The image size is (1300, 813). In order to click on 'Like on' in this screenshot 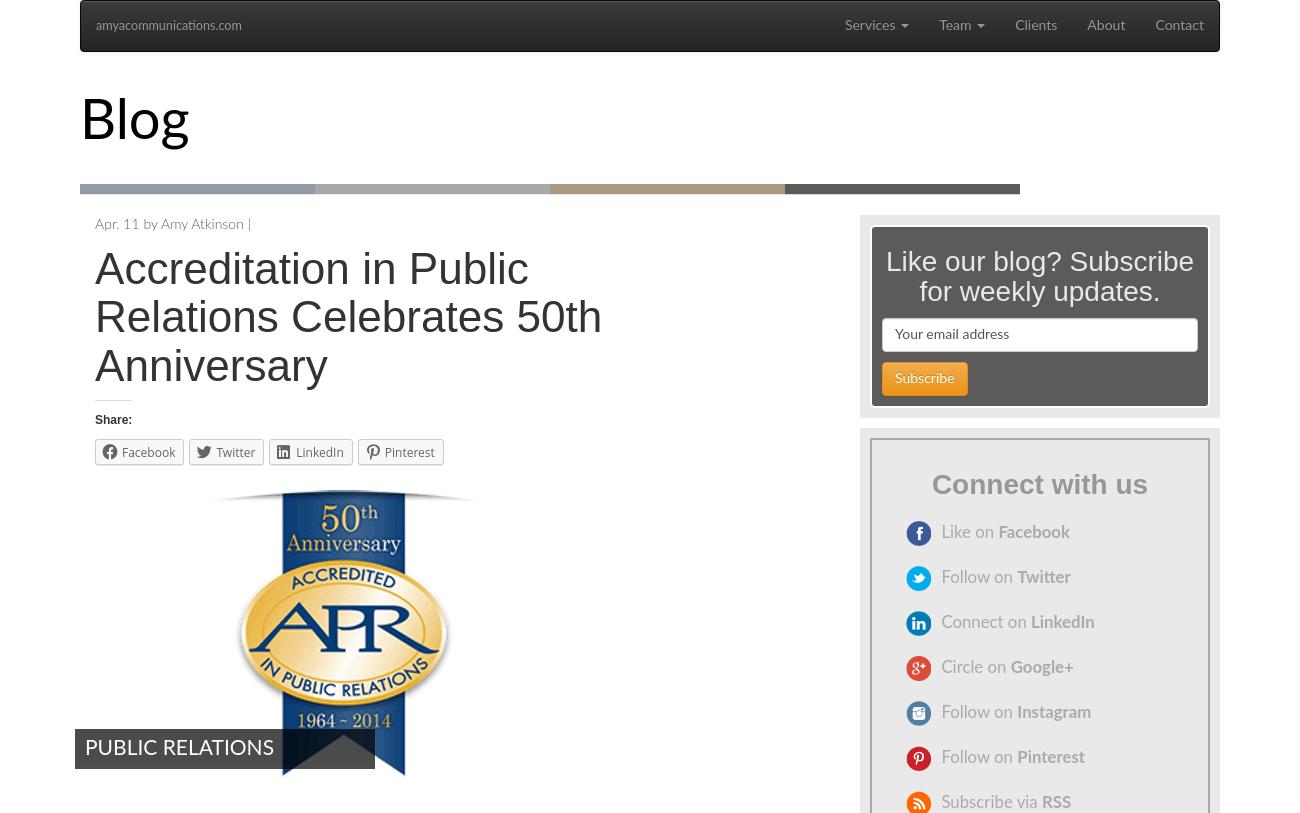, I will do `click(940, 532)`.